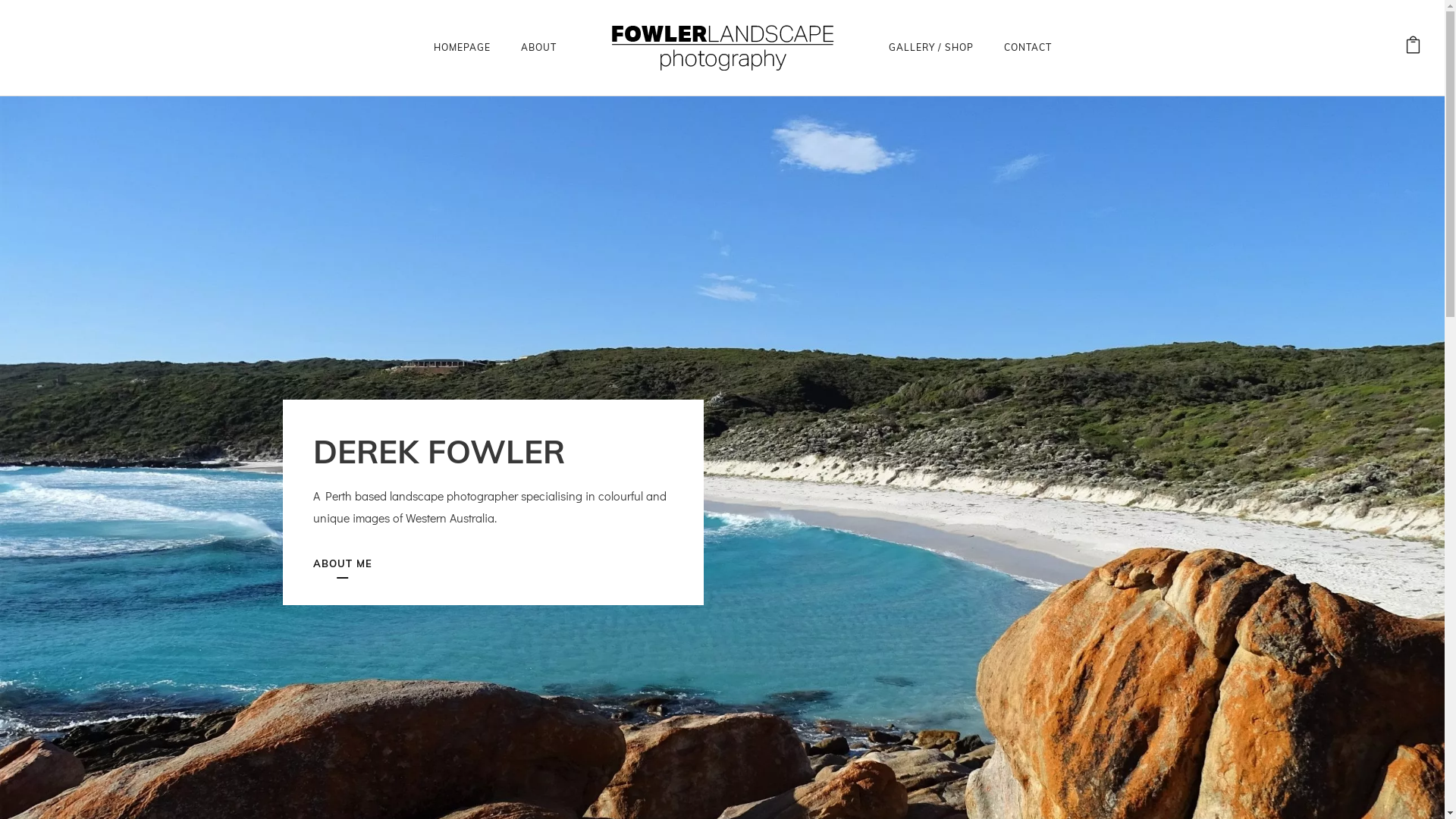 This screenshot has height=819, width=1456. What do you see at coordinates (930, 46) in the screenshot?
I see `'GALLERY / SHOP'` at bounding box center [930, 46].